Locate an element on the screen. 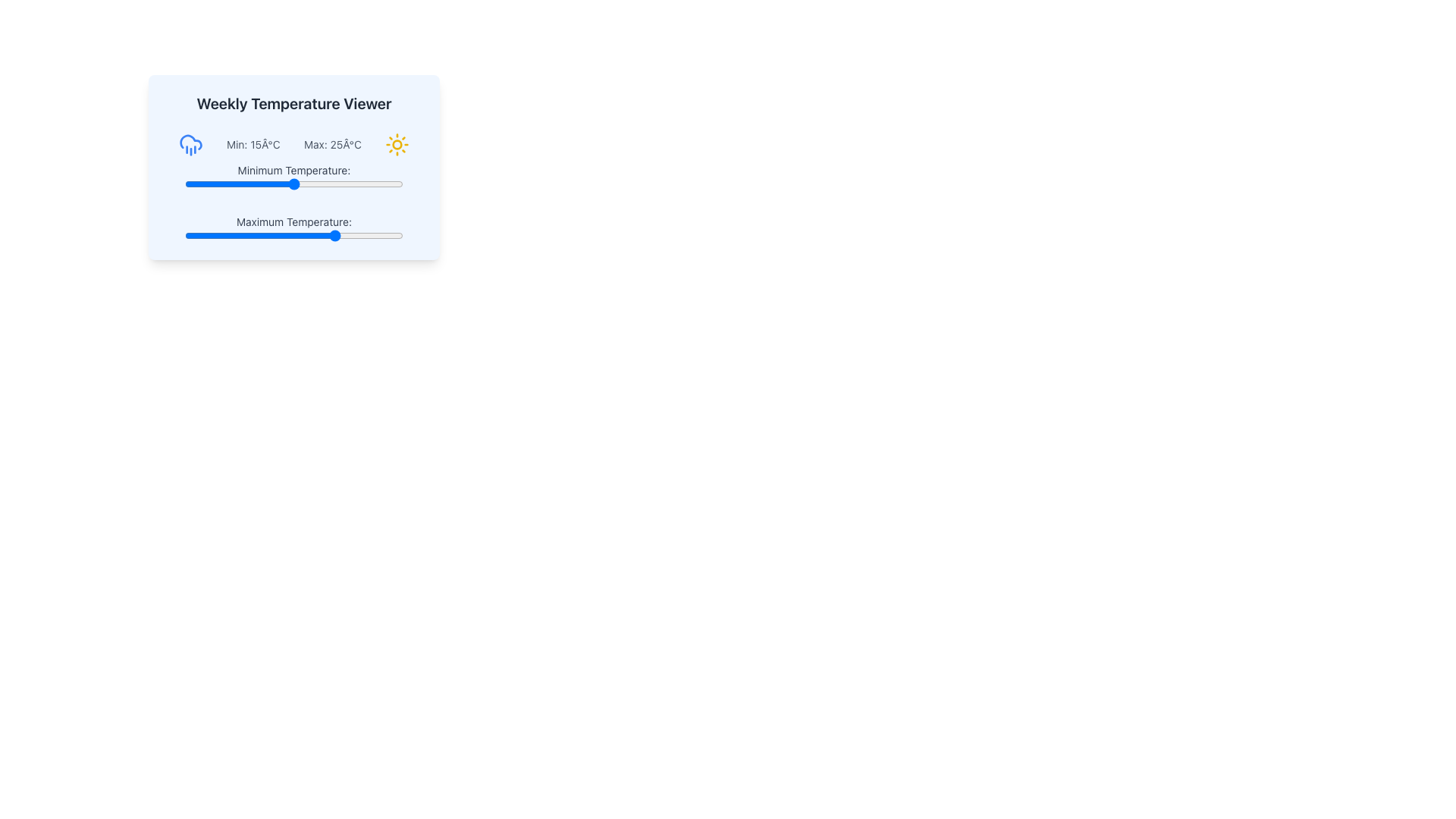 Image resolution: width=1456 pixels, height=819 pixels. the maximum temperature is located at coordinates (368, 236).